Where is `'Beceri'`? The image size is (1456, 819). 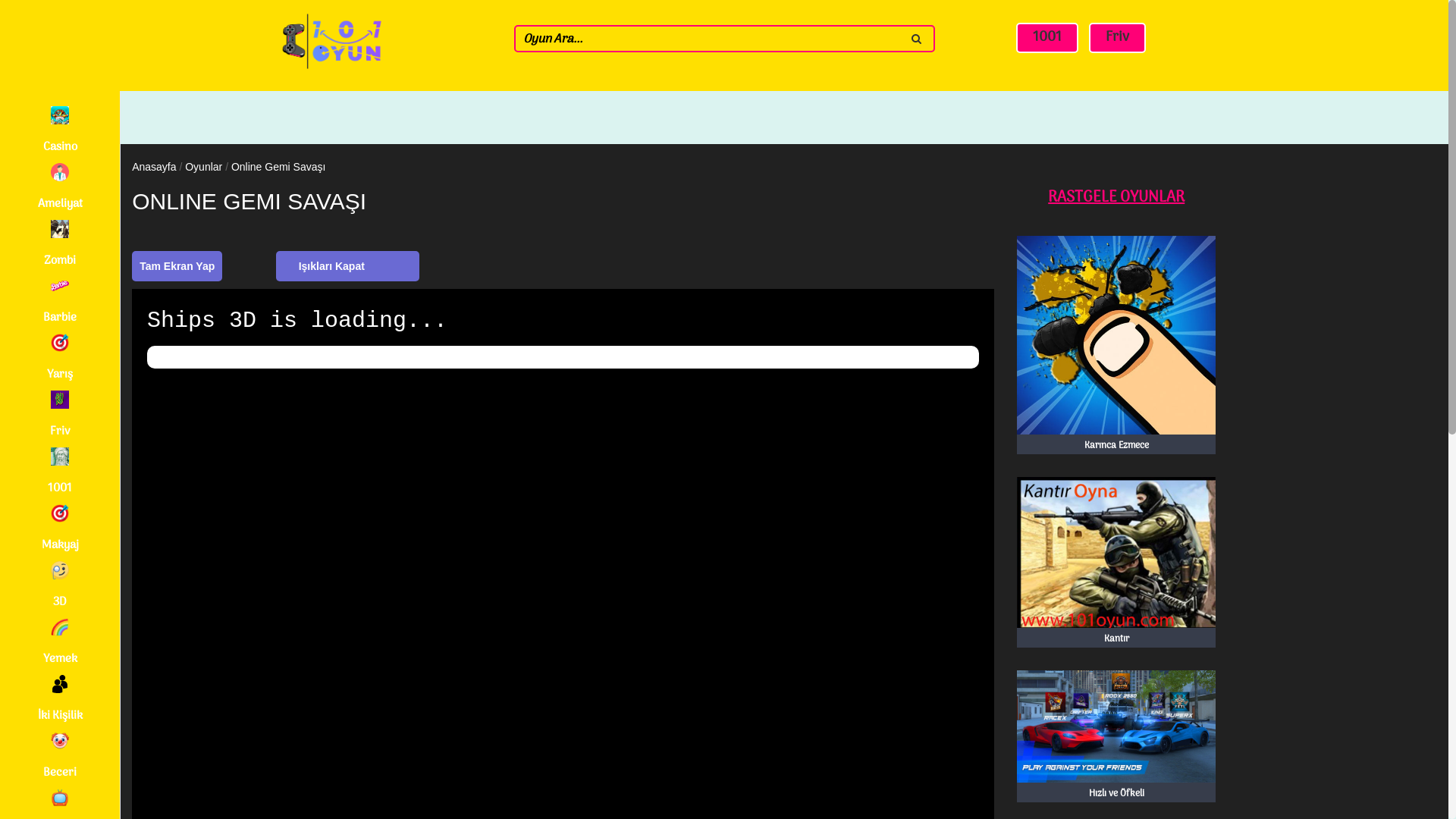
'Beceri' is located at coordinates (59, 757).